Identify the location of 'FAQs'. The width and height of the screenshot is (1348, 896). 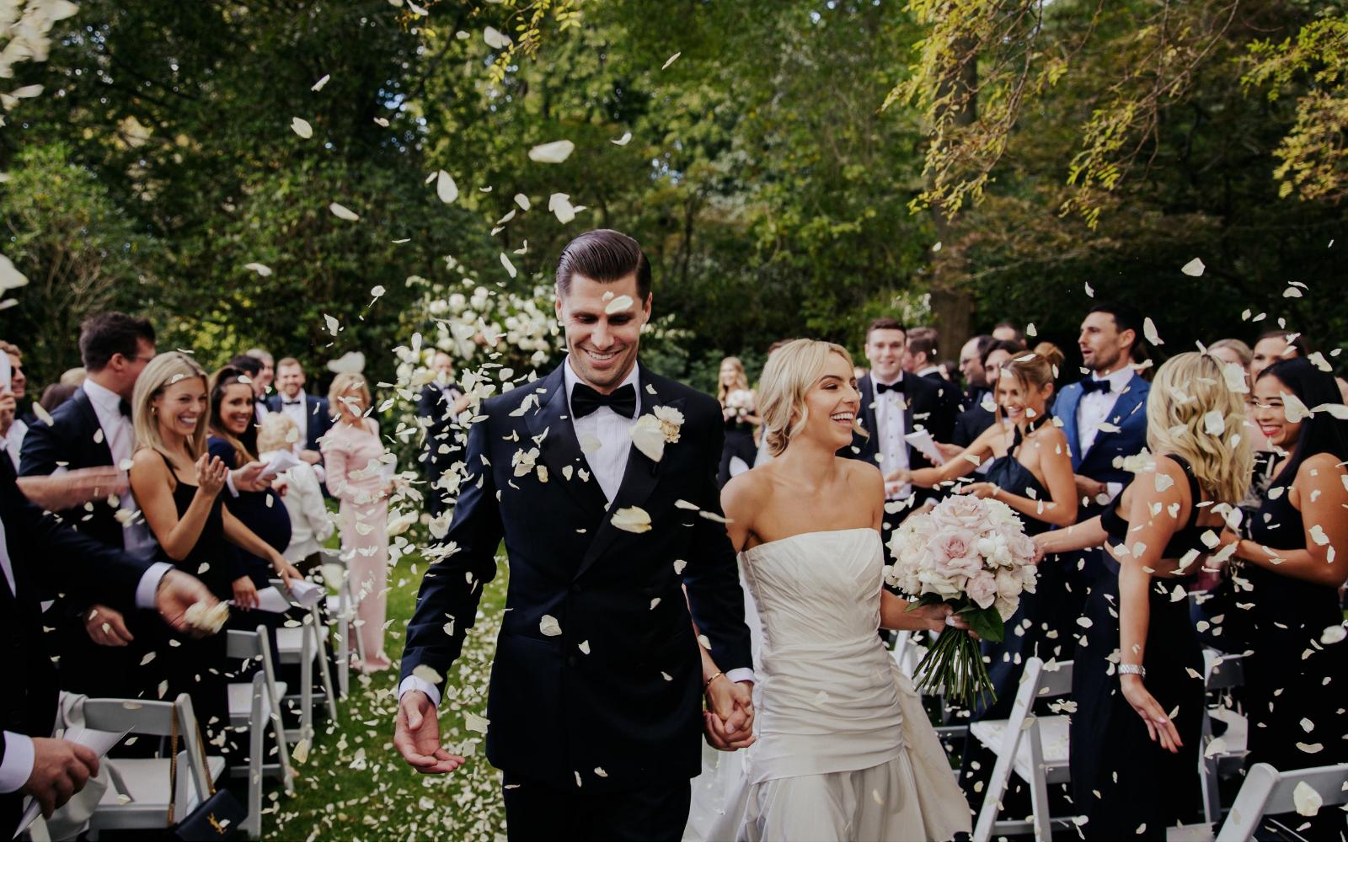
(697, 190).